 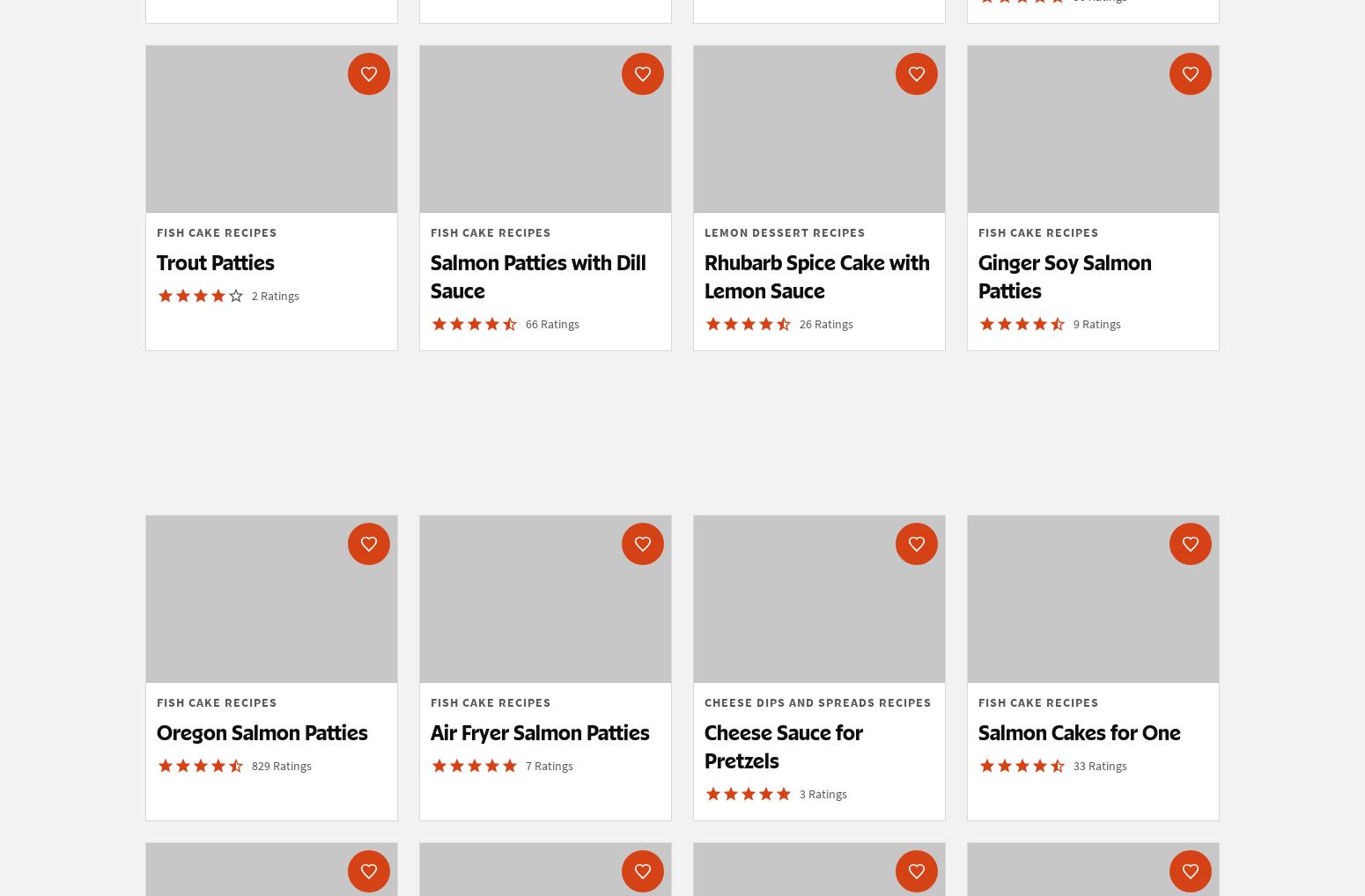 I want to click on 'Salmon Patties with Dill Sauce', so click(x=538, y=275).